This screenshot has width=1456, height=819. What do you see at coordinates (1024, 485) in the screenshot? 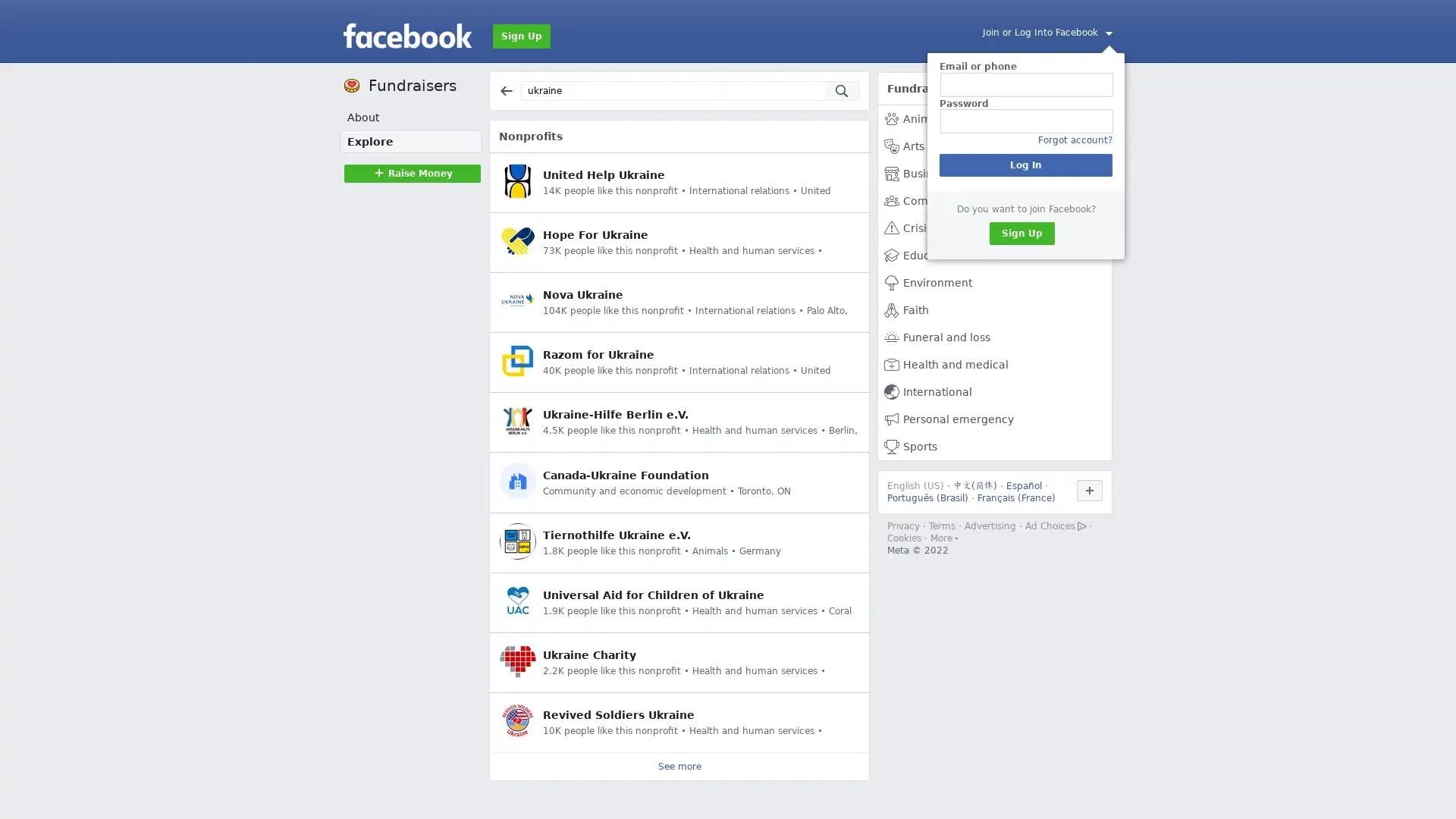
I see `Espanol` at bounding box center [1024, 485].